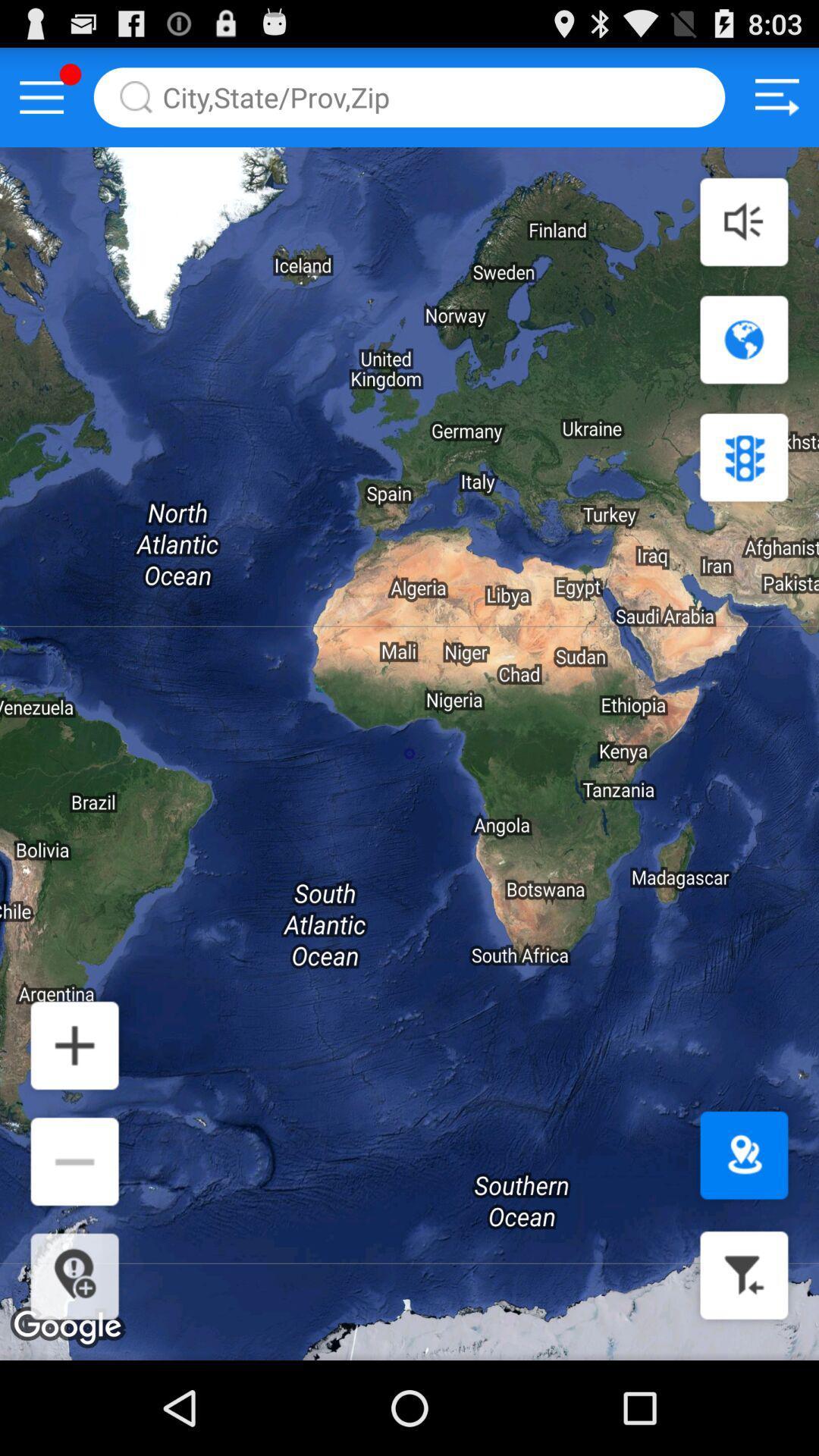  I want to click on the globe icon, so click(743, 362).